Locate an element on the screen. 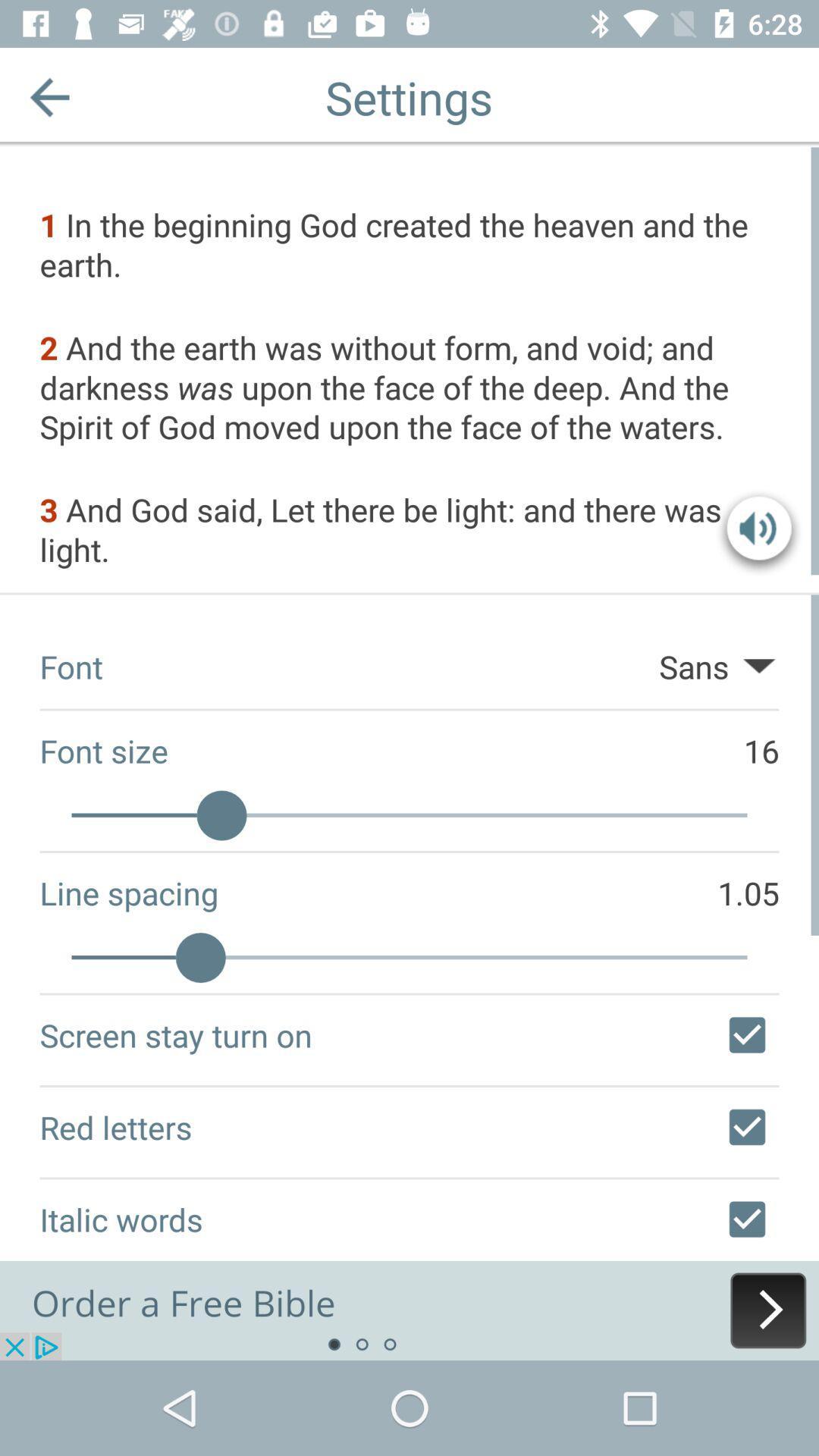  previous is located at coordinates (49, 96).